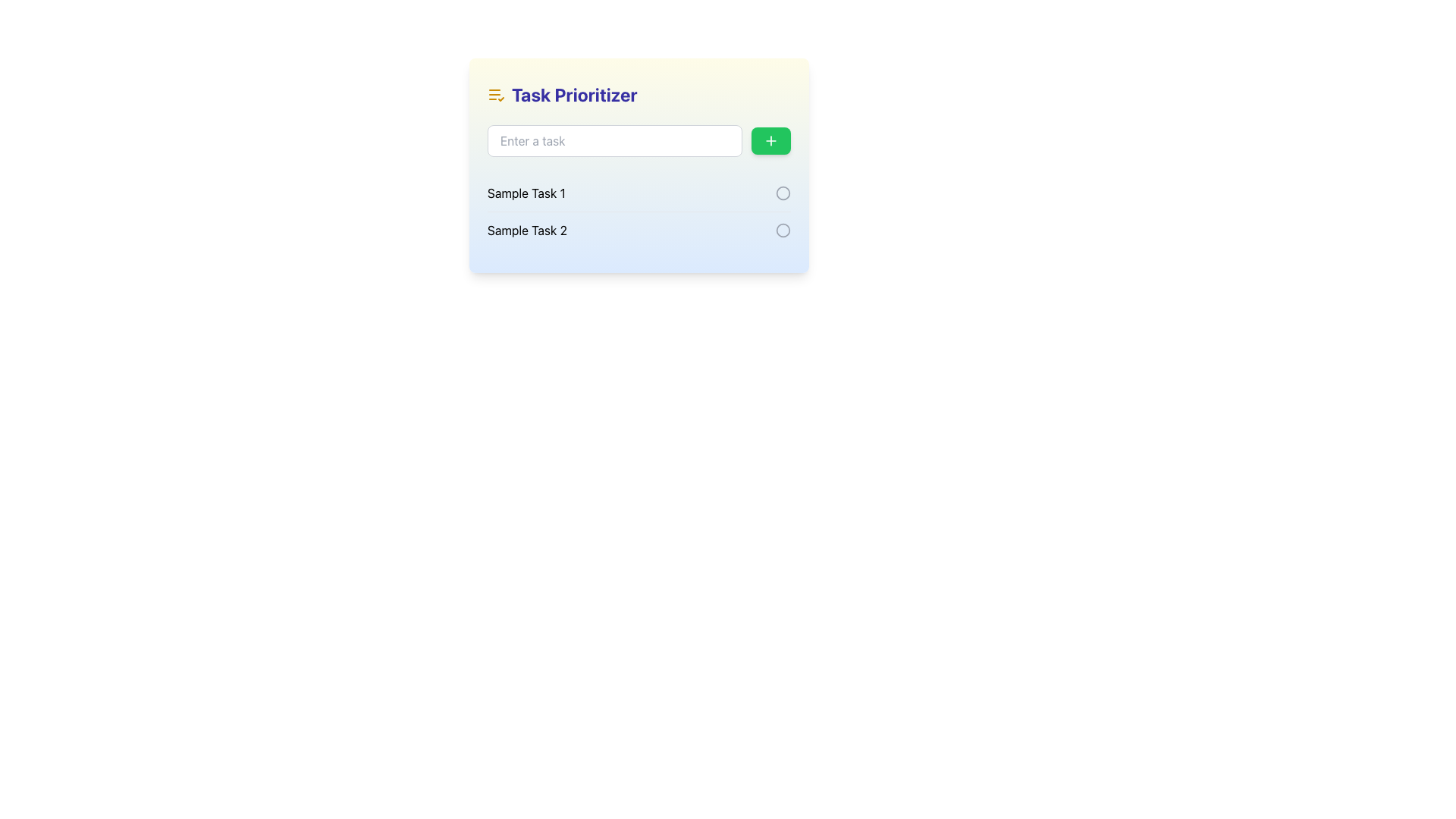 Image resolution: width=1456 pixels, height=819 pixels. Describe the element at coordinates (783, 231) in the screenshot. I see `the circular interactive icon styled as a button or toggle, which is located` at that location.